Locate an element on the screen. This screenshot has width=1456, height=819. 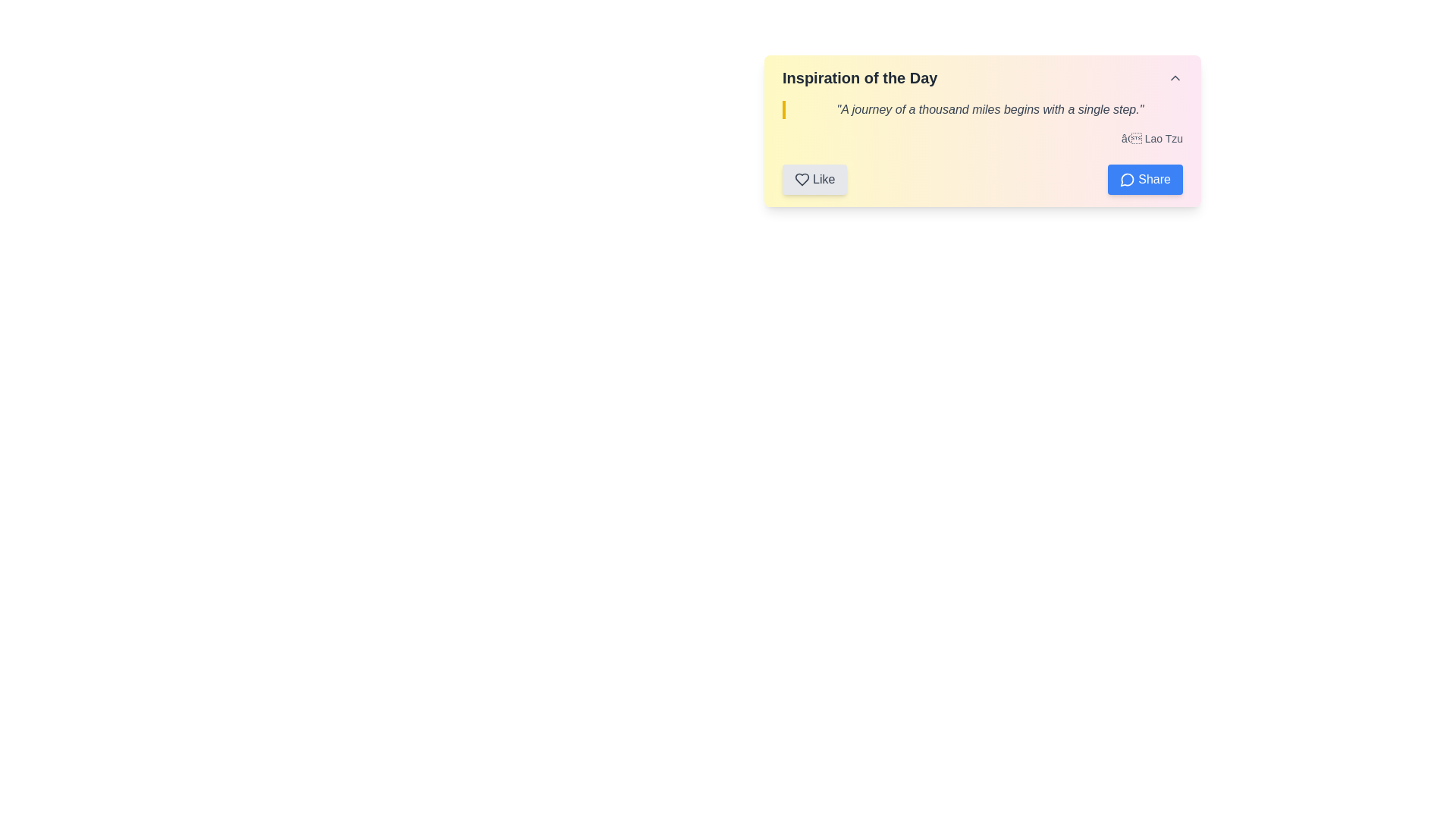
text 'Like' from the text label within the button-like UI component located at the bottom-left corner of a card displaying an inspirational quote is located at coordinates (823, 178).